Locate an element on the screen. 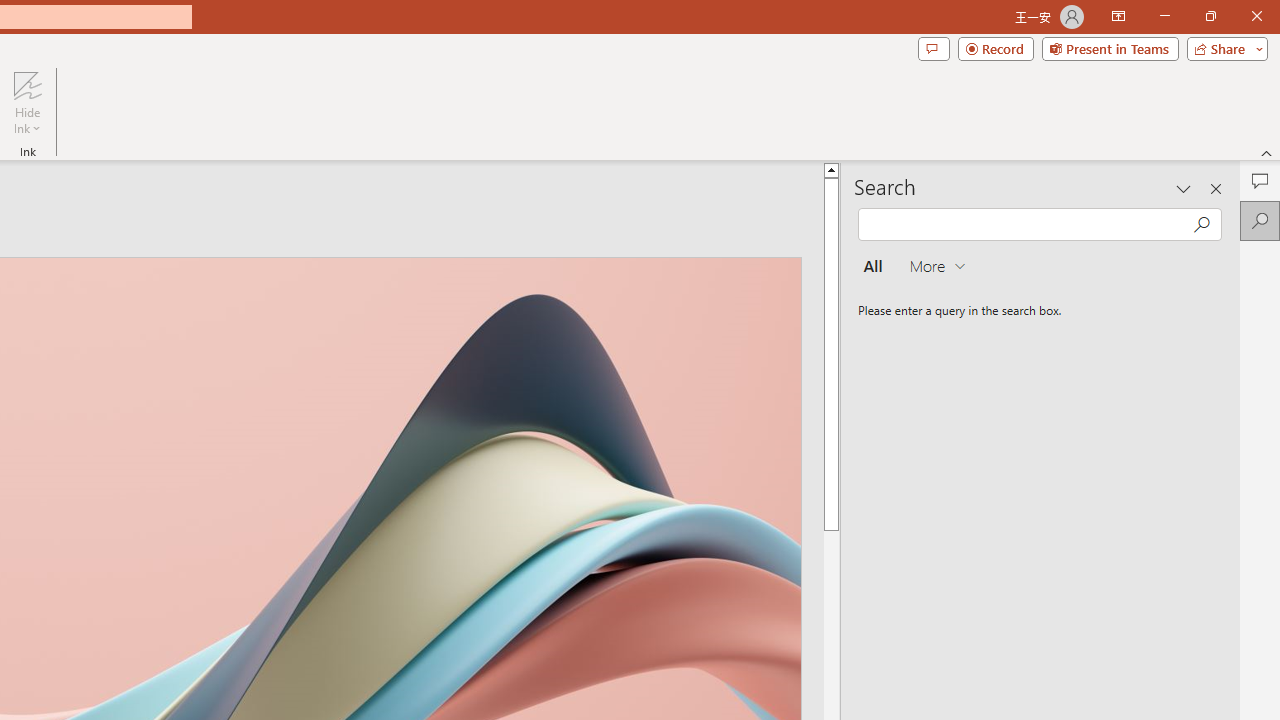 Image resolution: width=1280 pixels, height=720 pixels. 'Hide Ink' is located at coordinates (27, 84).